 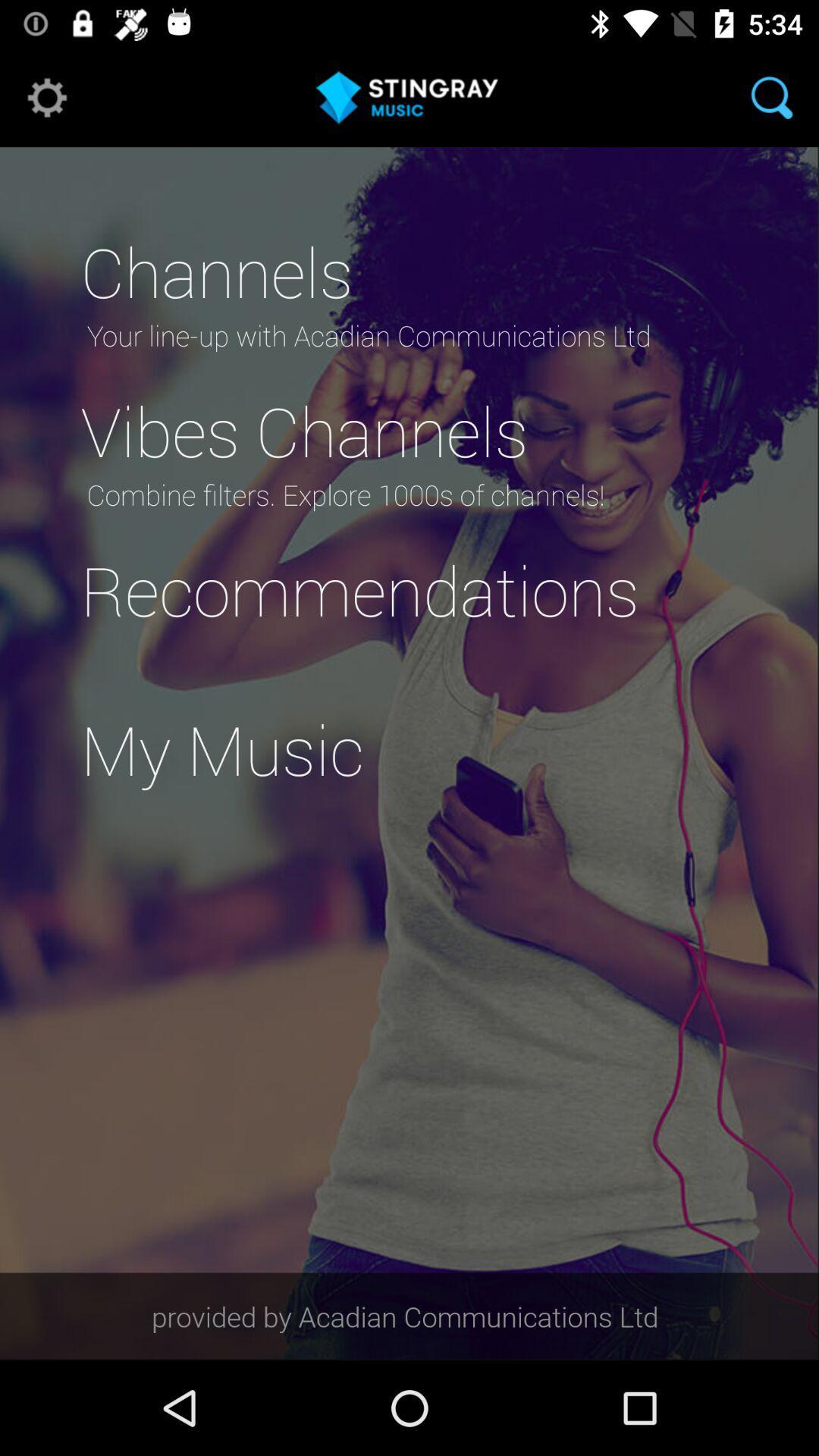 I want to click on icon above channels item, so click(x=771, y=96).